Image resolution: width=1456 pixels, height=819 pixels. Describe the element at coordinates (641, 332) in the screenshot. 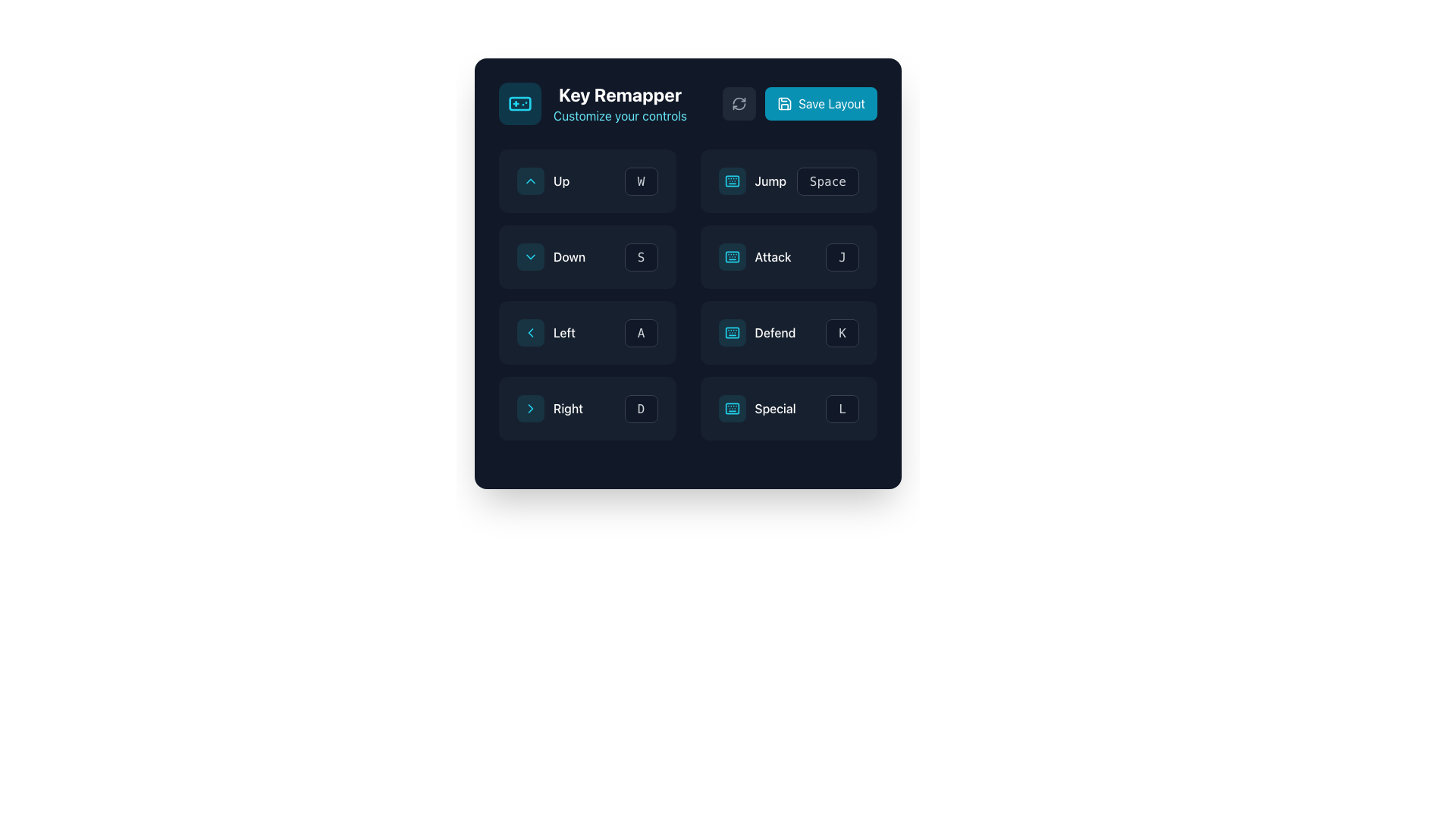

I see `the 'Left' action button in the key remapping interface` at that location.